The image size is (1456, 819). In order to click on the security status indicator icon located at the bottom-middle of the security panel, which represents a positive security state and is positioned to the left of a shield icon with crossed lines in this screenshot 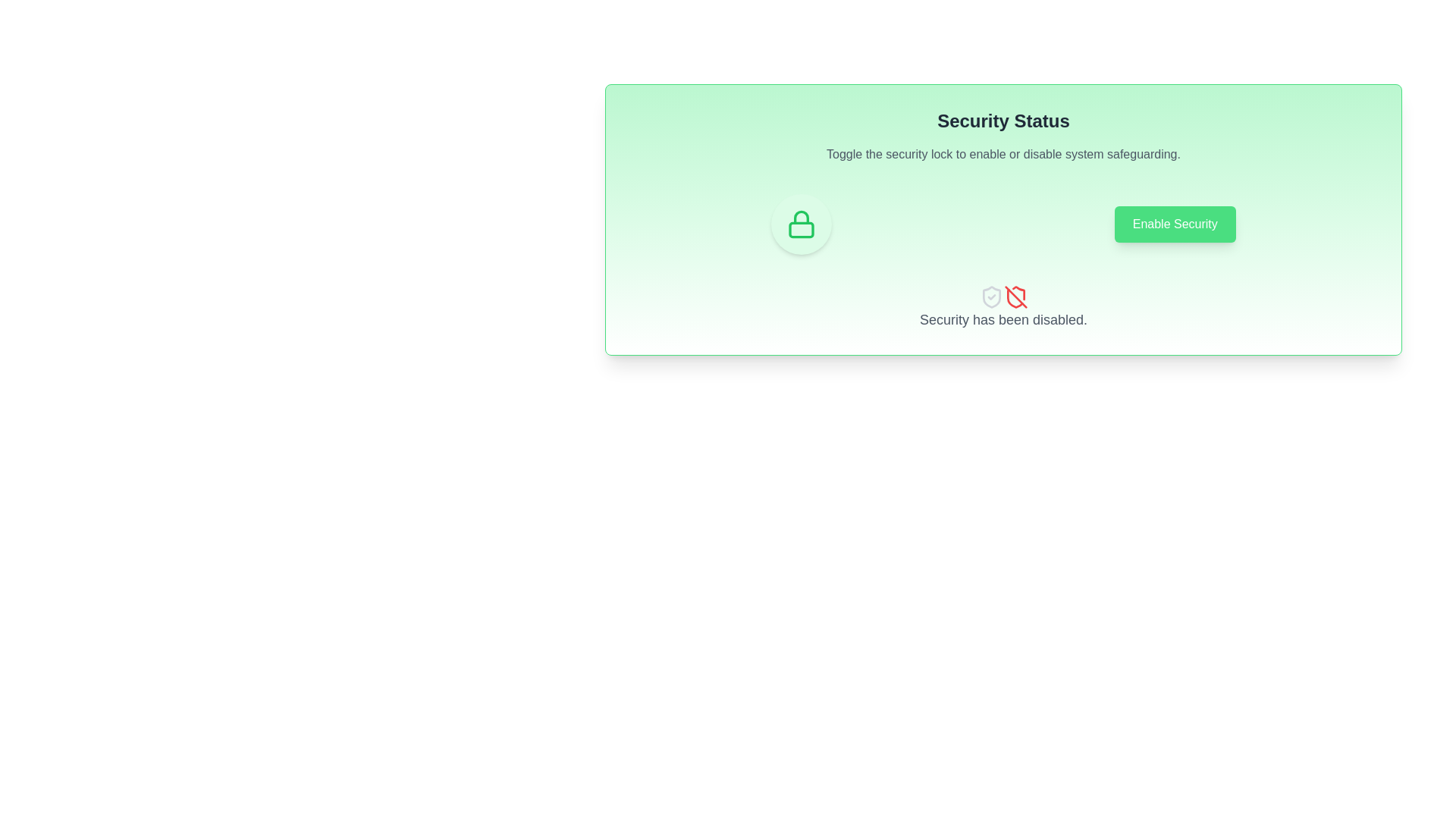, I will do `click(991, 297)`.